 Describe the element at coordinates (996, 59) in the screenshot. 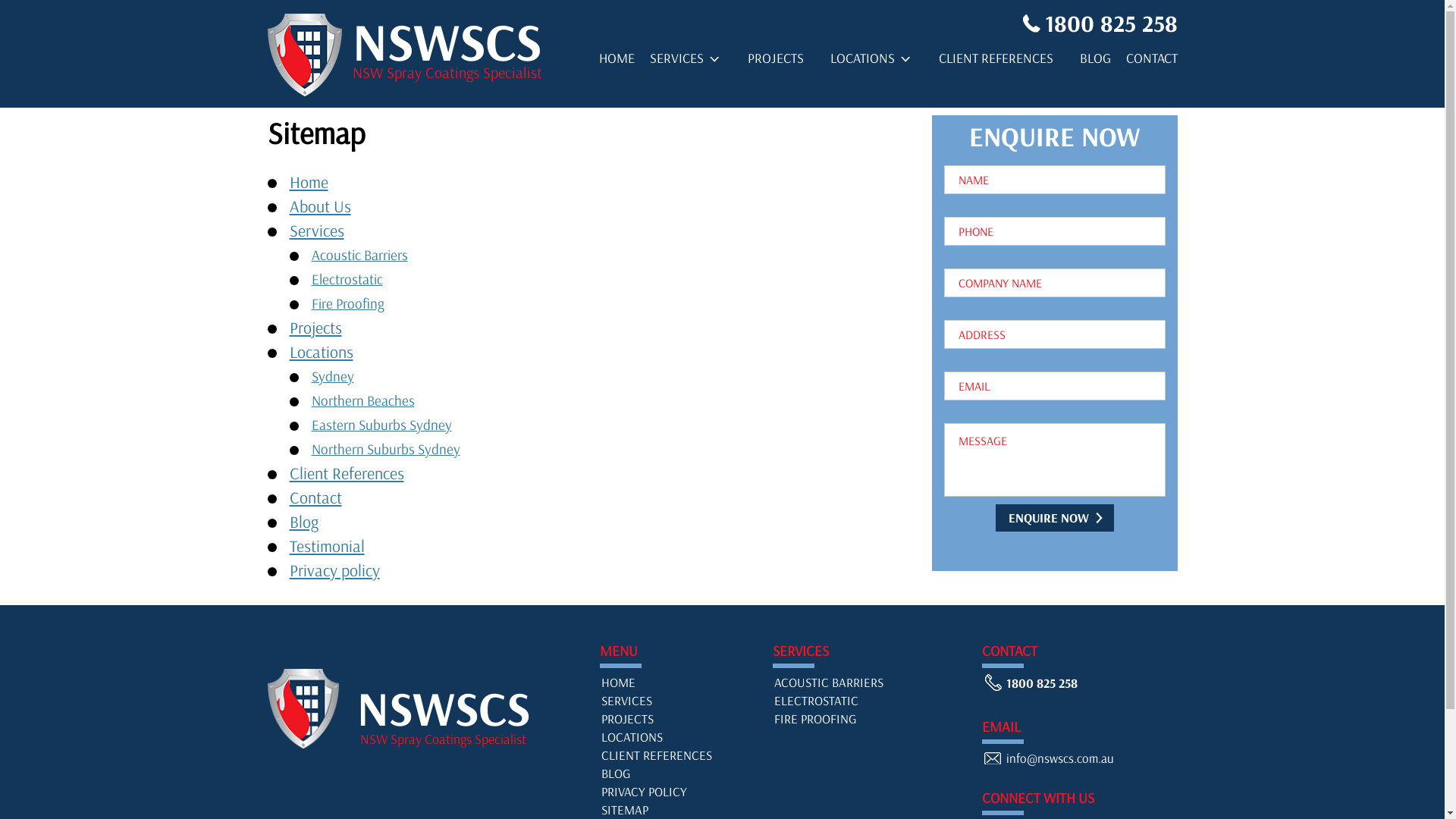

I see `'CLIENT REFERENCES'` at that location.